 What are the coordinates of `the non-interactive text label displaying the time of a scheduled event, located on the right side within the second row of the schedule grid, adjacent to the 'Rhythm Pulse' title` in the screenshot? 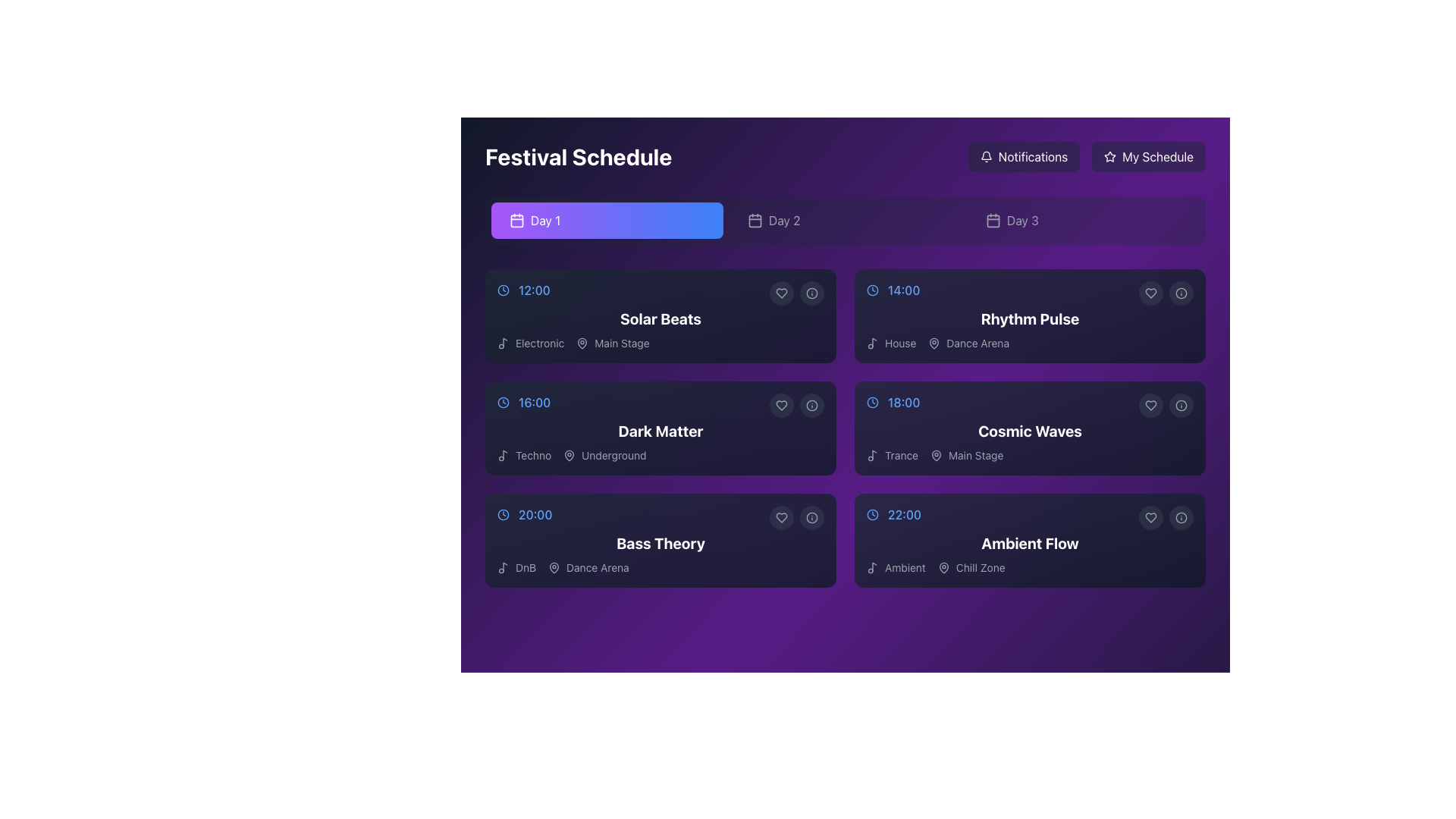 It's located at (904, 290).